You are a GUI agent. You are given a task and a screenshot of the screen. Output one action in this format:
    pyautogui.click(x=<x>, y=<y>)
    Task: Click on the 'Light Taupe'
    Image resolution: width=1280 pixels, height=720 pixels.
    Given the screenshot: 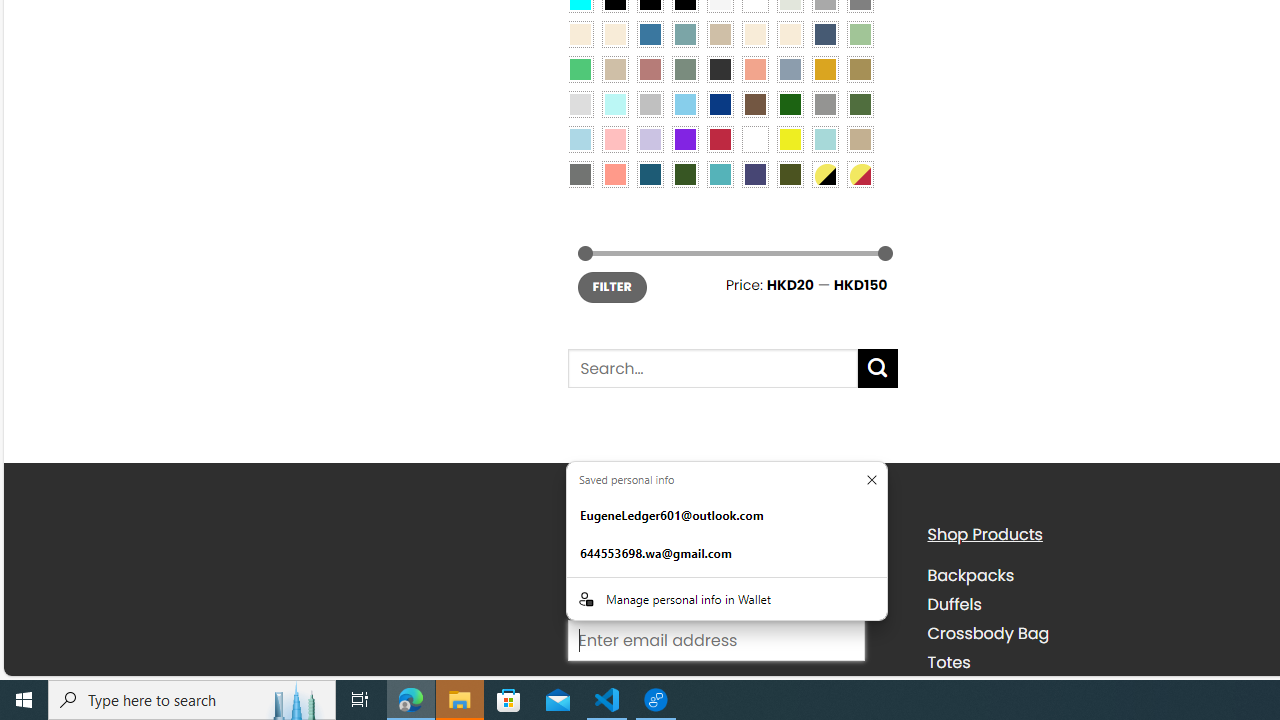 What is the action you would take?
    pyautogui.click(x=614, y=68)
    